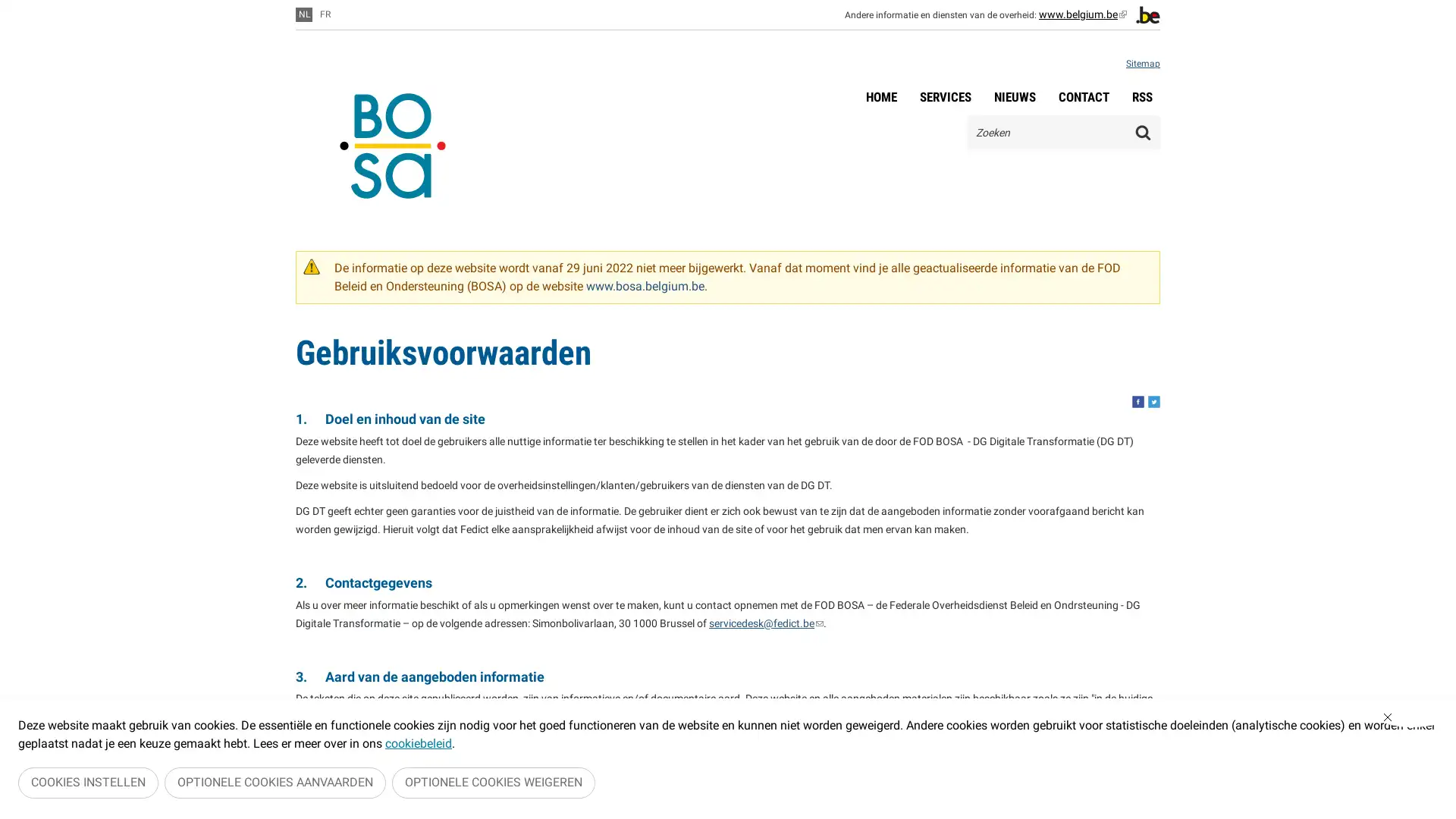  I want to click on OPTIONELE COOKIES AANVAARDEN, so click(275, 784).